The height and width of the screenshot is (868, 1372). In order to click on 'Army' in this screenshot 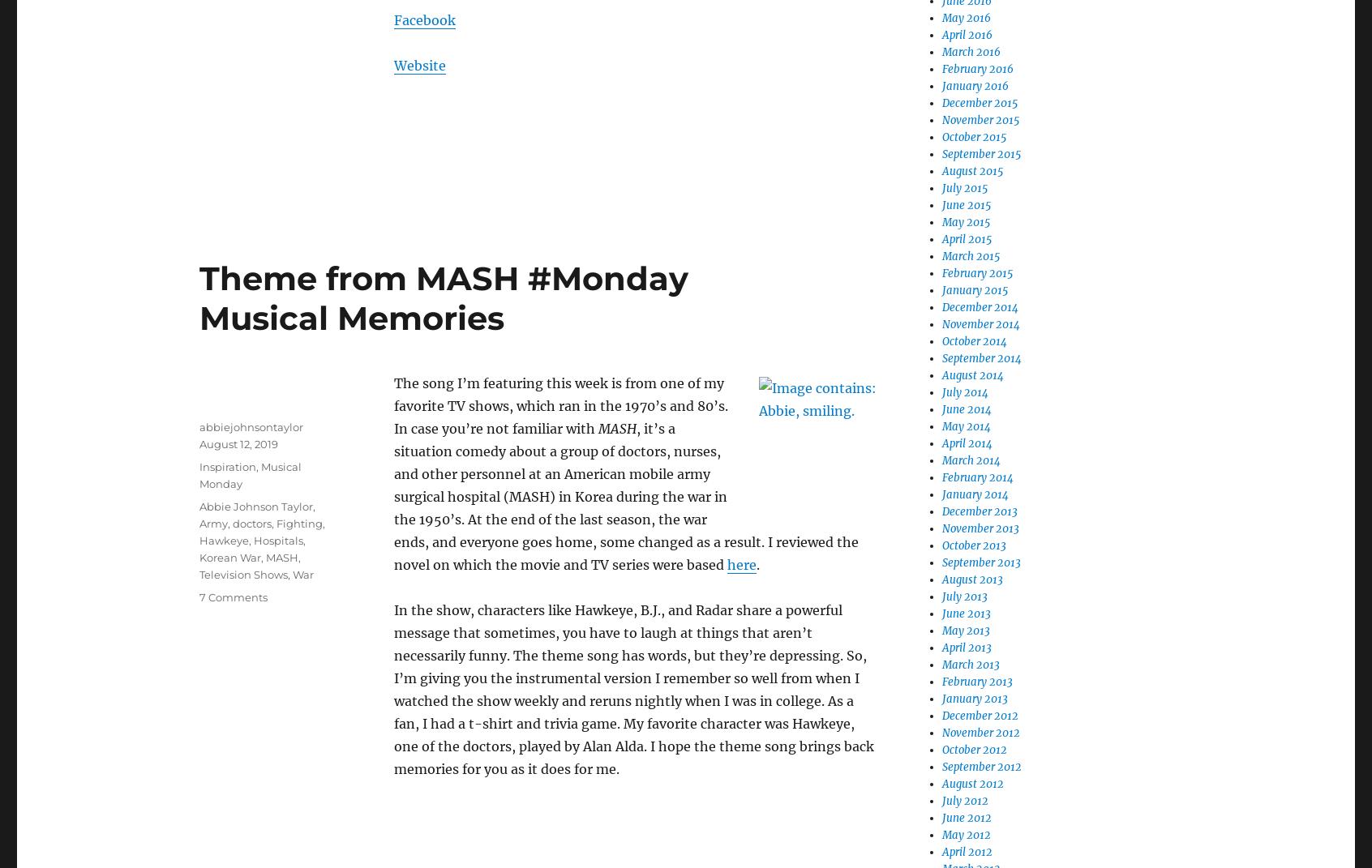, I will do `click(213, 523)`.